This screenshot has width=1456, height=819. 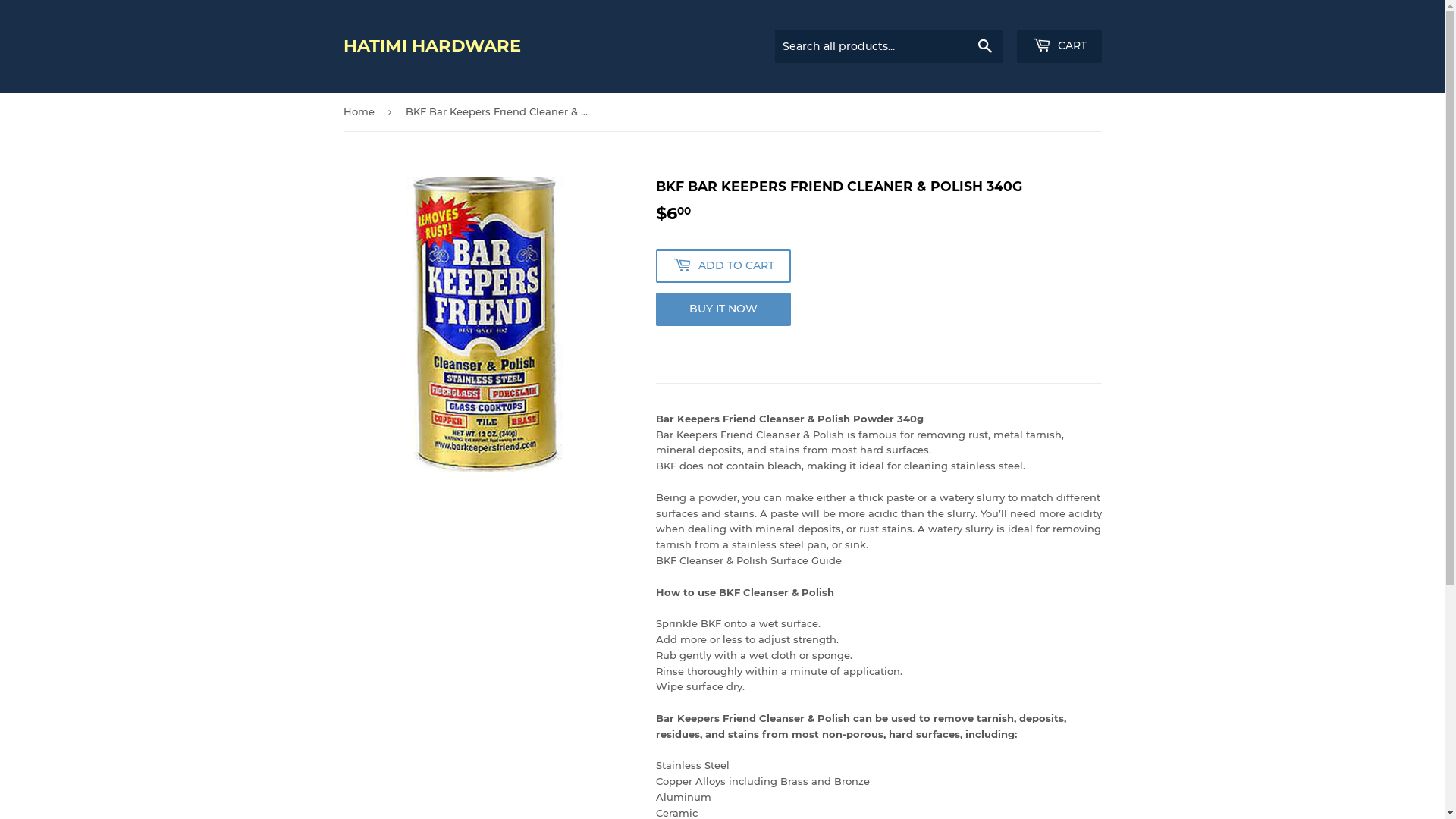 What do you see at coordinates (984, 45) in the screenshot?
I see `'Search'` at bounding box center [984, 45].